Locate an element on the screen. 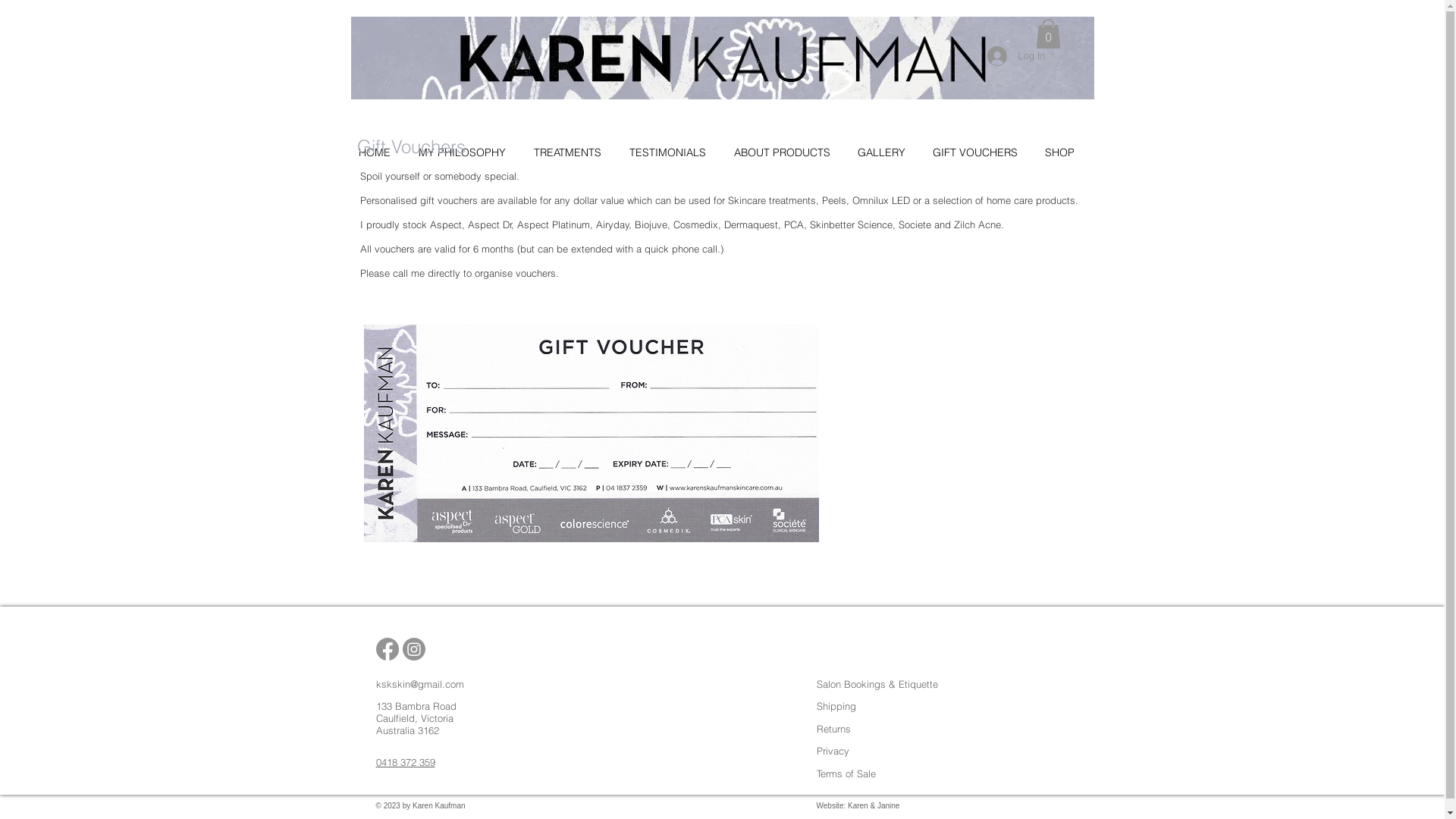 Image resolution: width=1456 pixels, height=819 pixels. 'TREATMENTS' is located at coordinates (573, 152).